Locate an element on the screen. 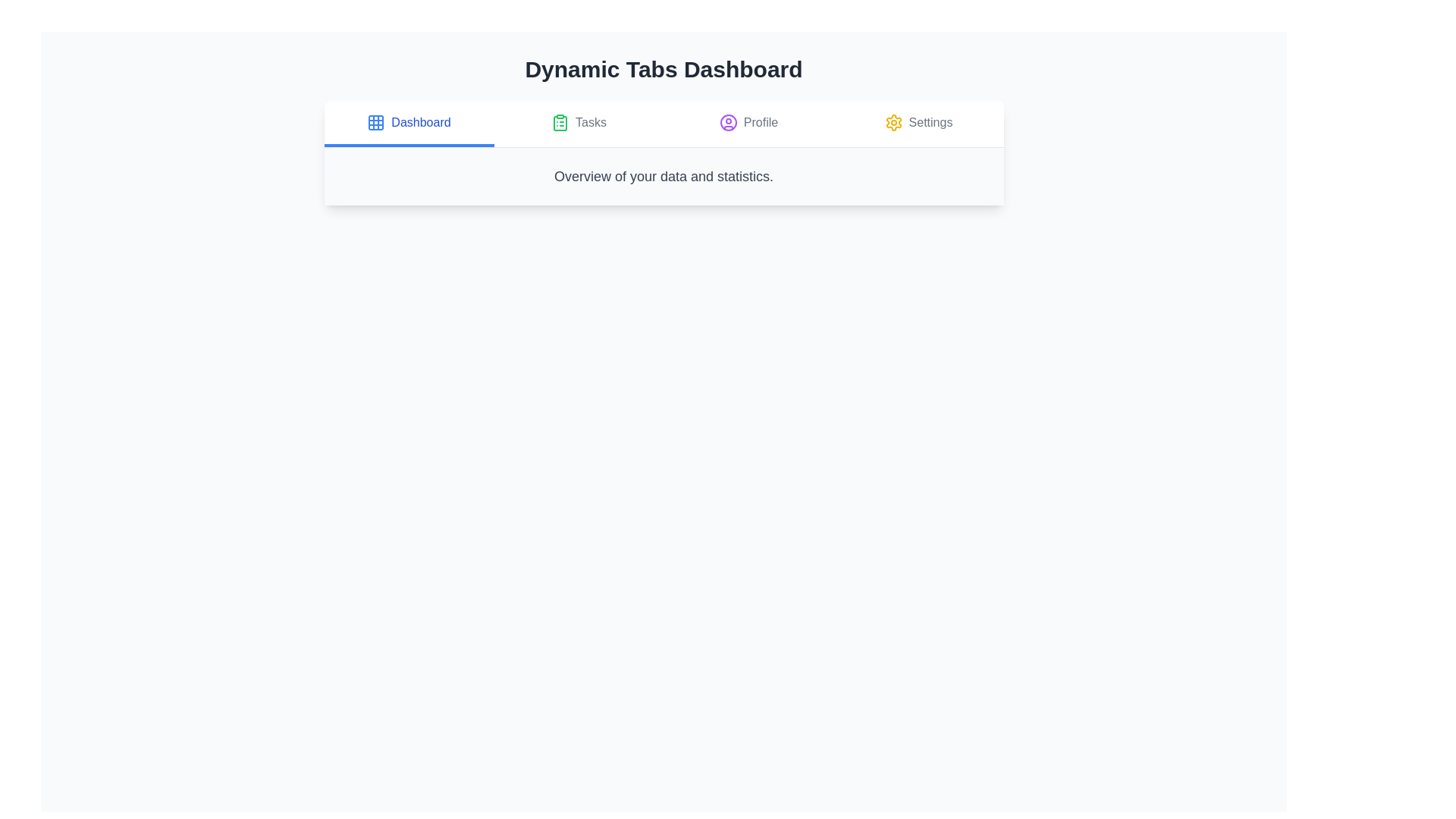  the 'Dashboard' tab button located at the leftmost side of the navigation bar is located at coordinates (409, 124).